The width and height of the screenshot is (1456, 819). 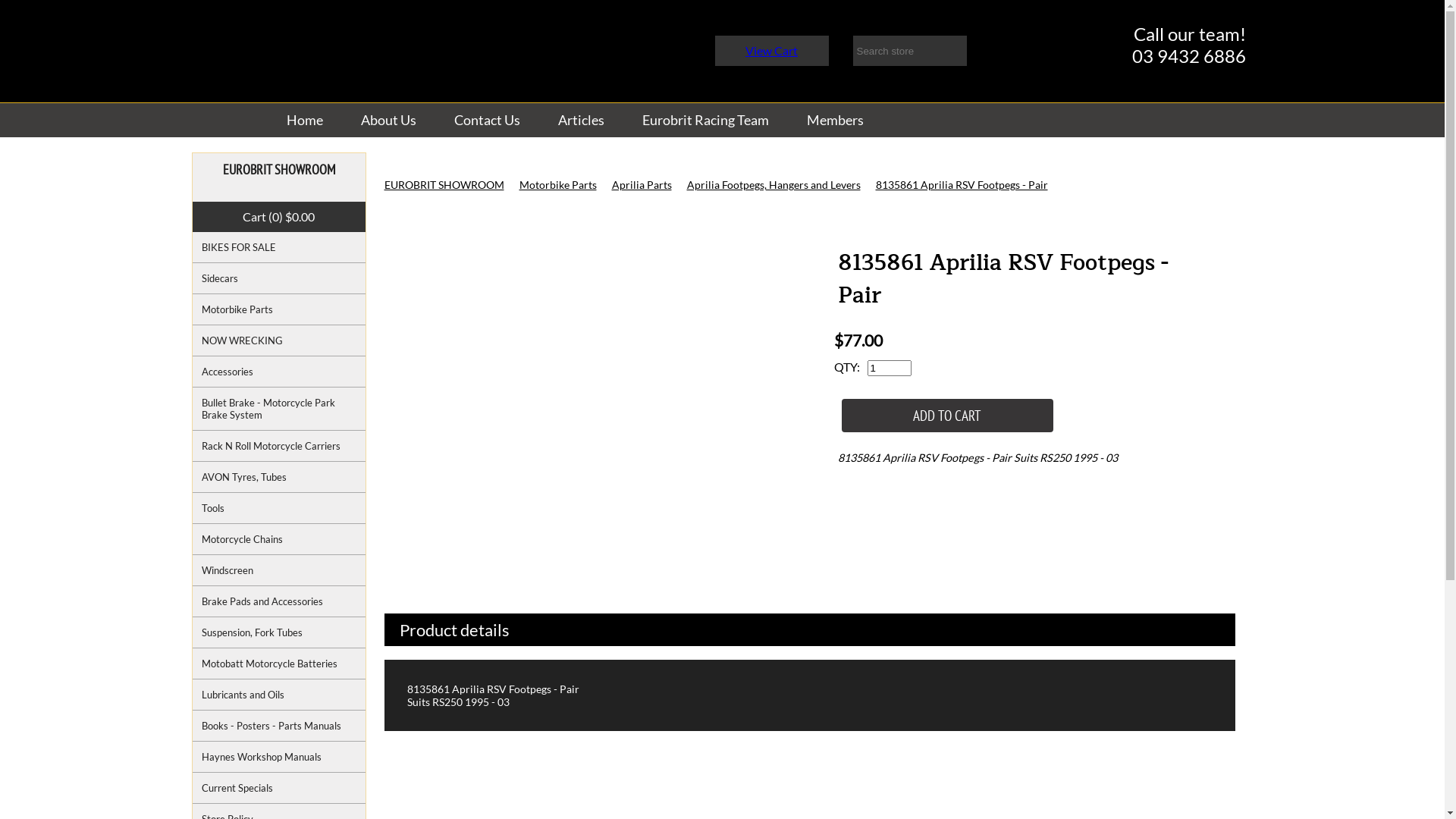 What do you see at coordinates (279, 340) in the screenshot?
I see `'NOW WRECKING'` at bounding box center [279, 340].